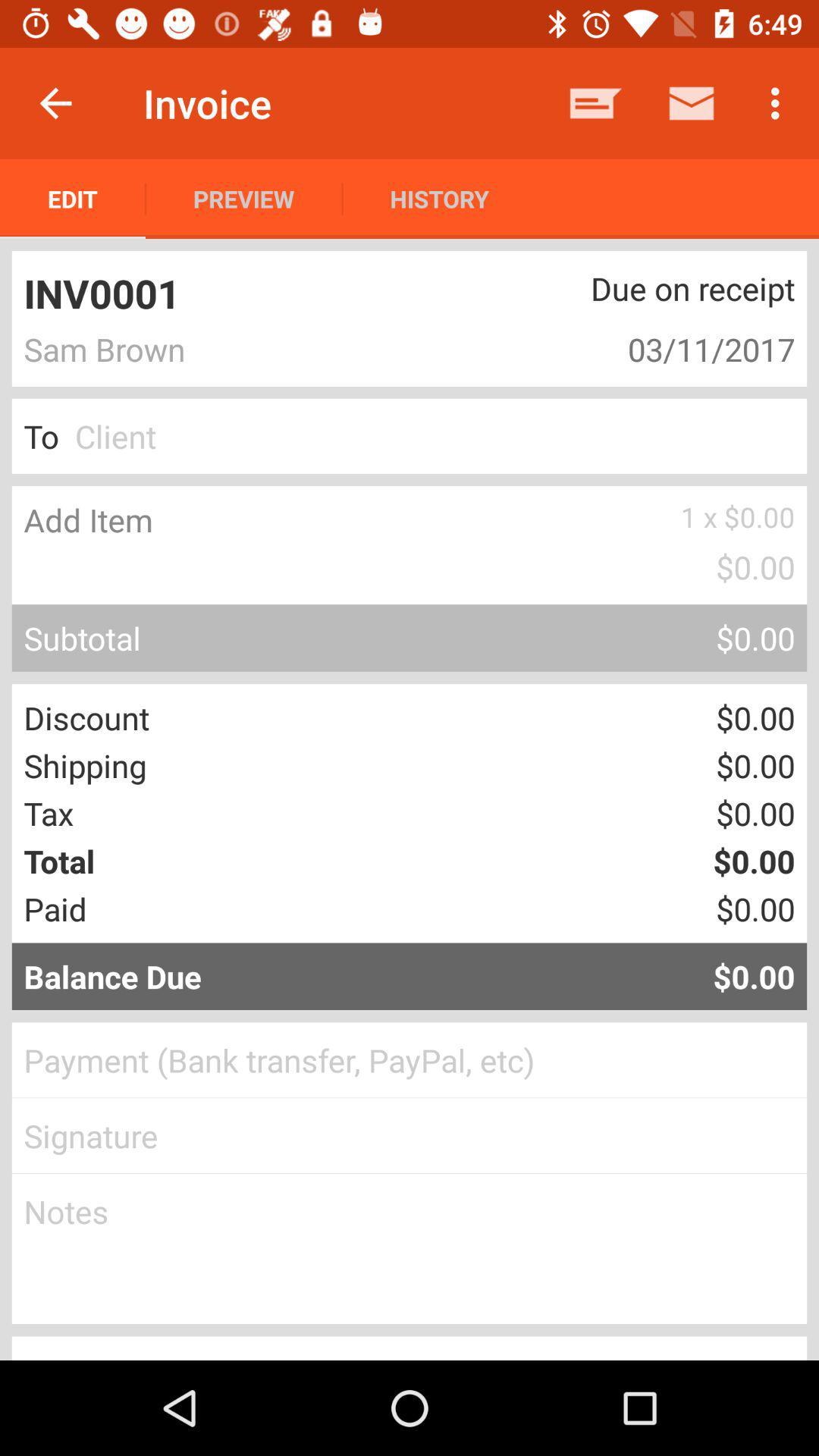 The image size is (819, 1456). What do you see at coordinates (55, 102) in the screenshot?
I see `app above the edit icon` at bounding box center [55, 102].